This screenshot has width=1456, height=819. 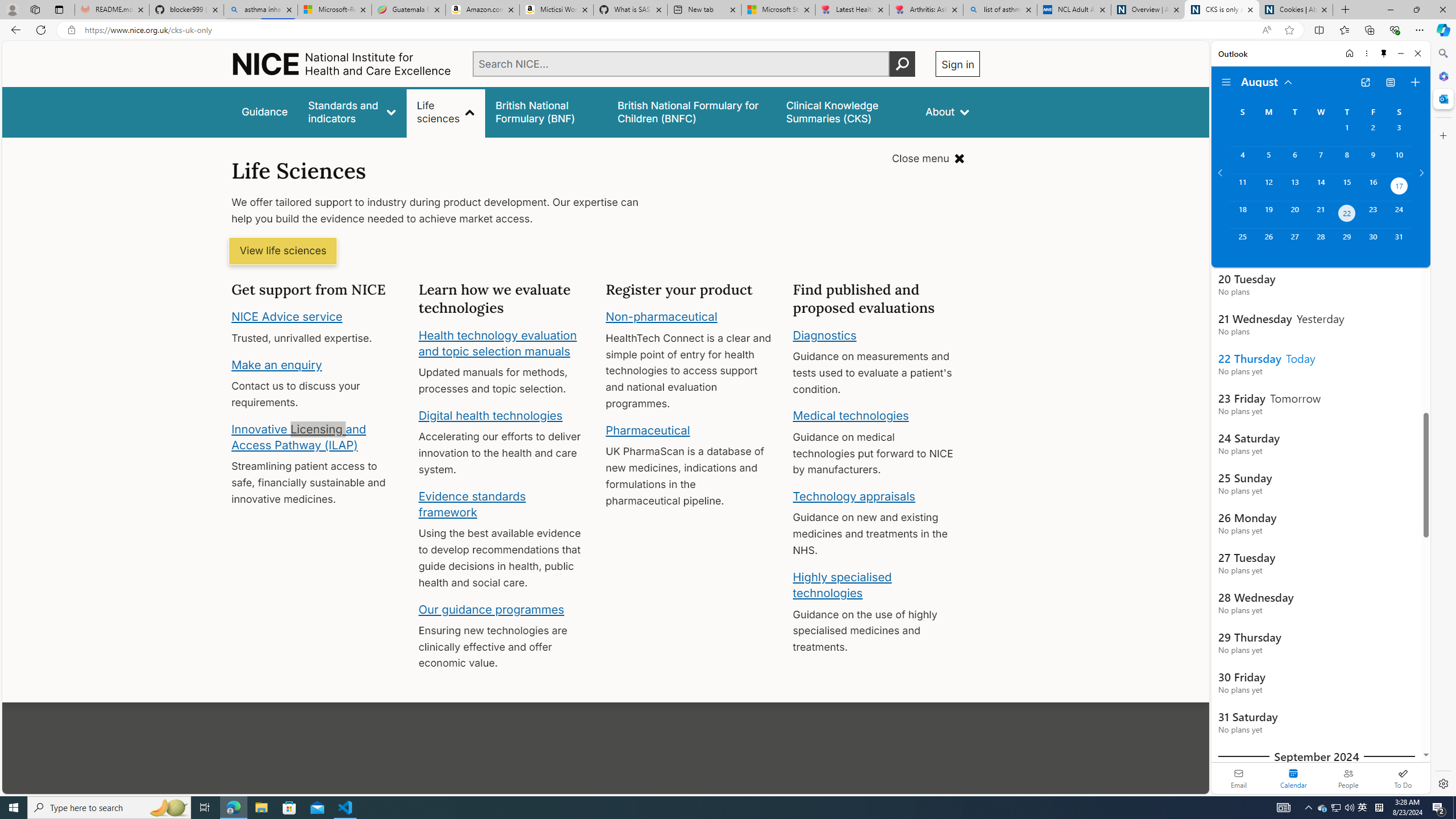 What do you see at coordinates (471, 503) in the screenshot?
I see `'Evidence standards framework'` at bounding box center [471, 503].